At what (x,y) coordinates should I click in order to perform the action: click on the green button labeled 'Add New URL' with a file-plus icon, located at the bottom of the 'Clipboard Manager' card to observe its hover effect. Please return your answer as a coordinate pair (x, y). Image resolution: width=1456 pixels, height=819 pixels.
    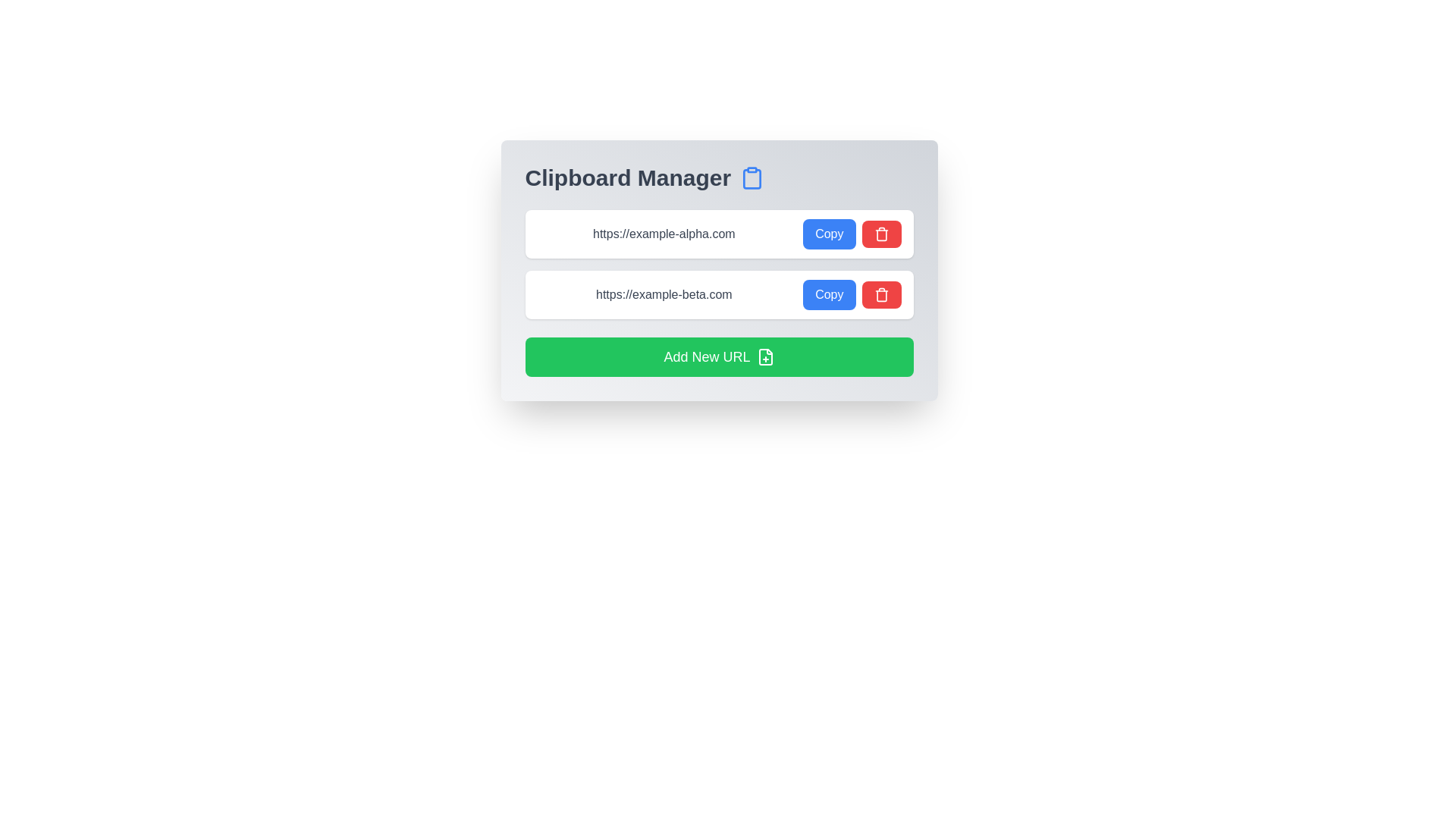
    Looking at the image, I should click on (718, 356).